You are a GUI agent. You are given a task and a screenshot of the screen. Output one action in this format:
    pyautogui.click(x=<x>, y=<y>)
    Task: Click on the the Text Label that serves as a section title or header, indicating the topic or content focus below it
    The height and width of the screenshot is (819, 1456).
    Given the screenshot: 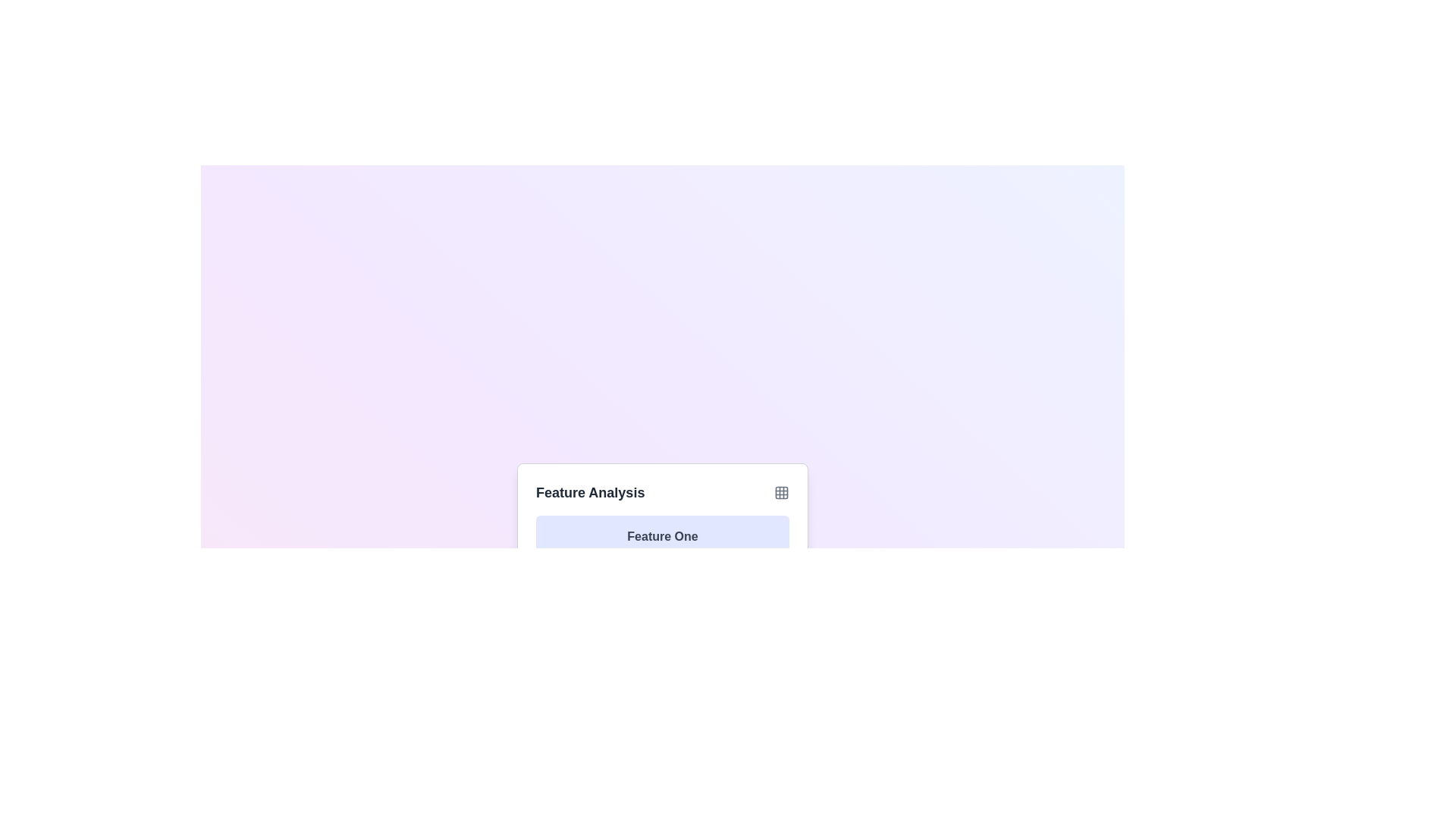 What is the action you would take?
    pyautogui.click(x=589, y=493)
    